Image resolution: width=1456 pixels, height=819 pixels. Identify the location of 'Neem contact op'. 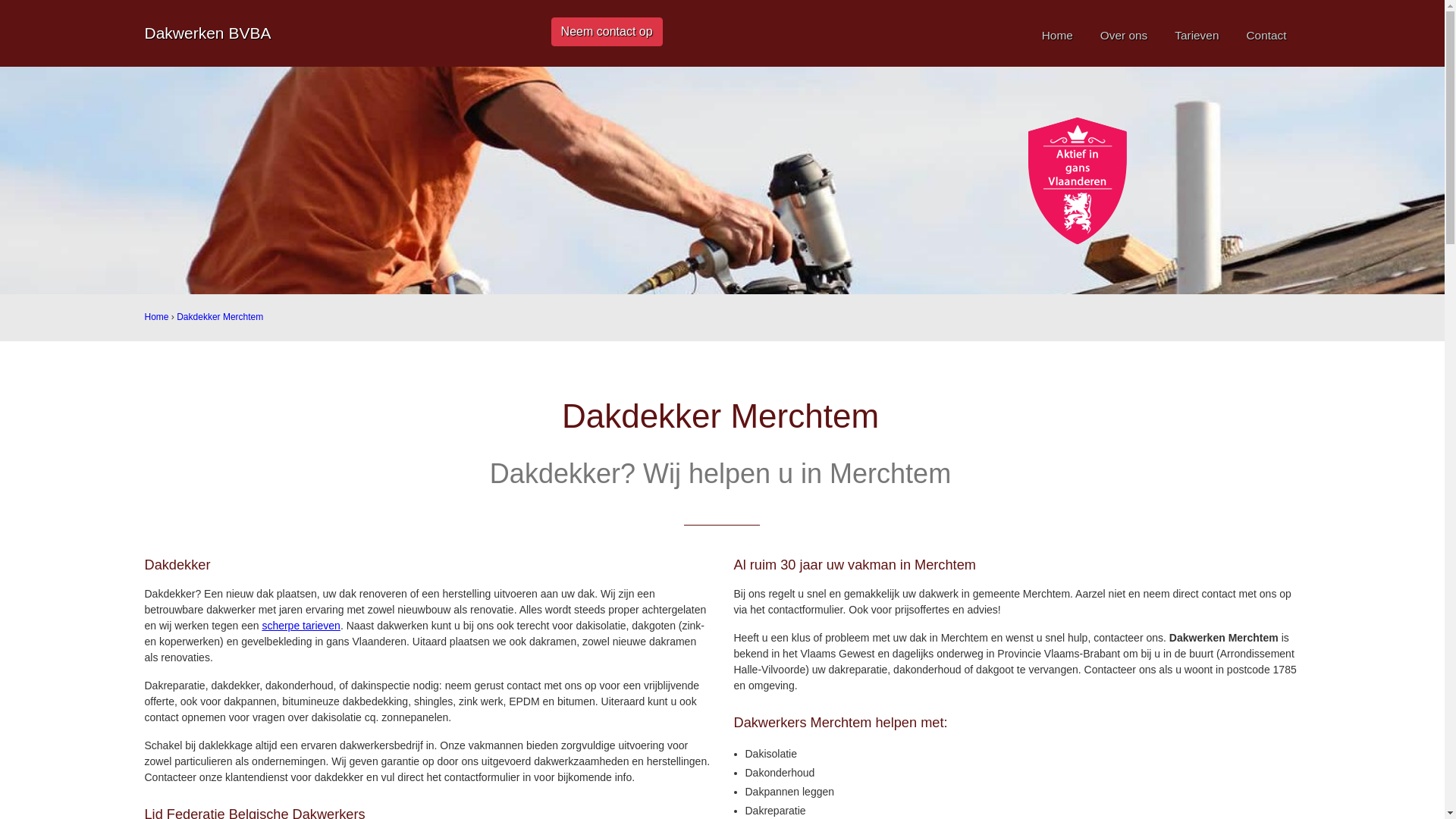
(607, 32).